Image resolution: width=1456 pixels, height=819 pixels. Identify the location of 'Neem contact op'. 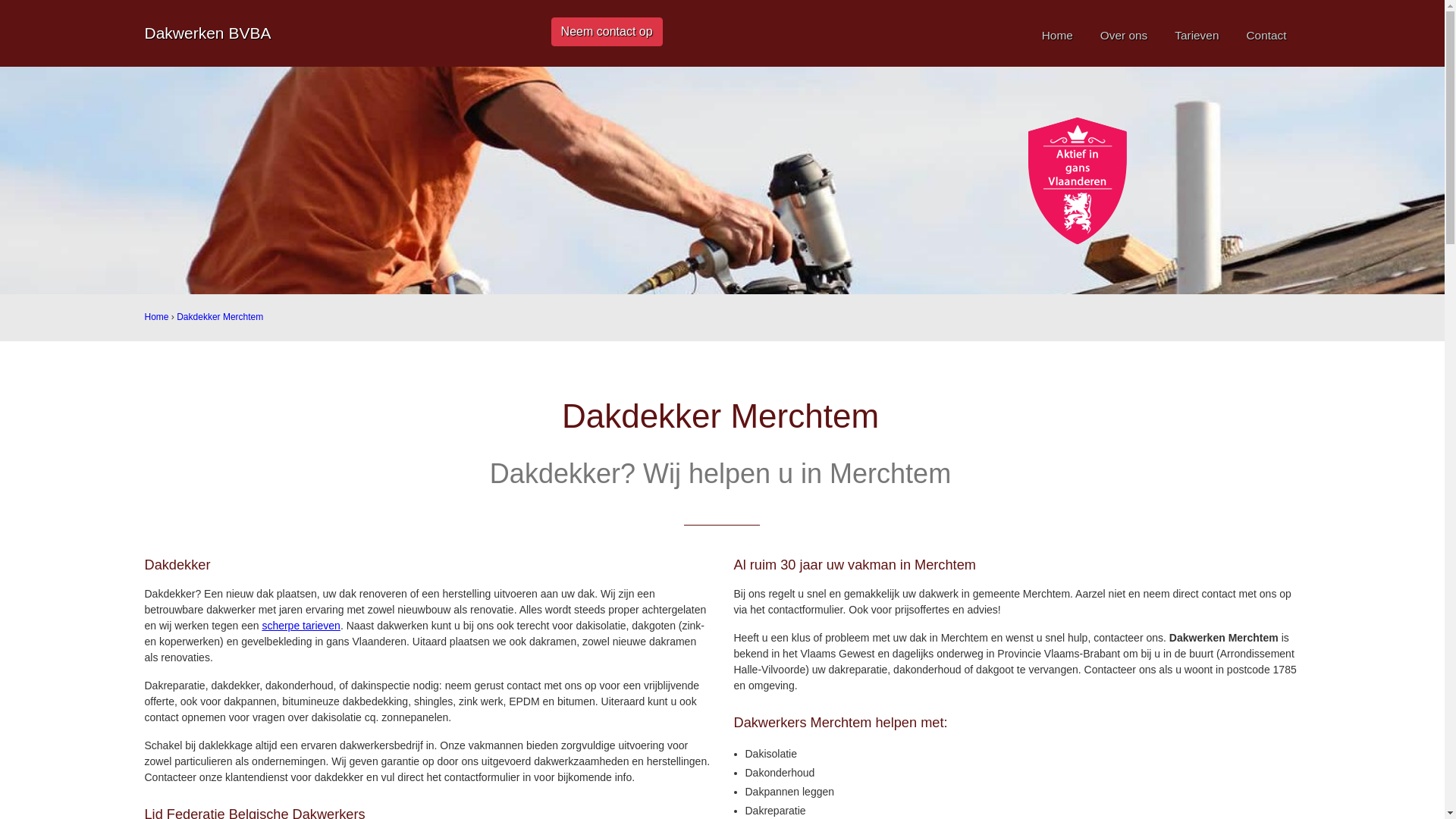
(607, 32).